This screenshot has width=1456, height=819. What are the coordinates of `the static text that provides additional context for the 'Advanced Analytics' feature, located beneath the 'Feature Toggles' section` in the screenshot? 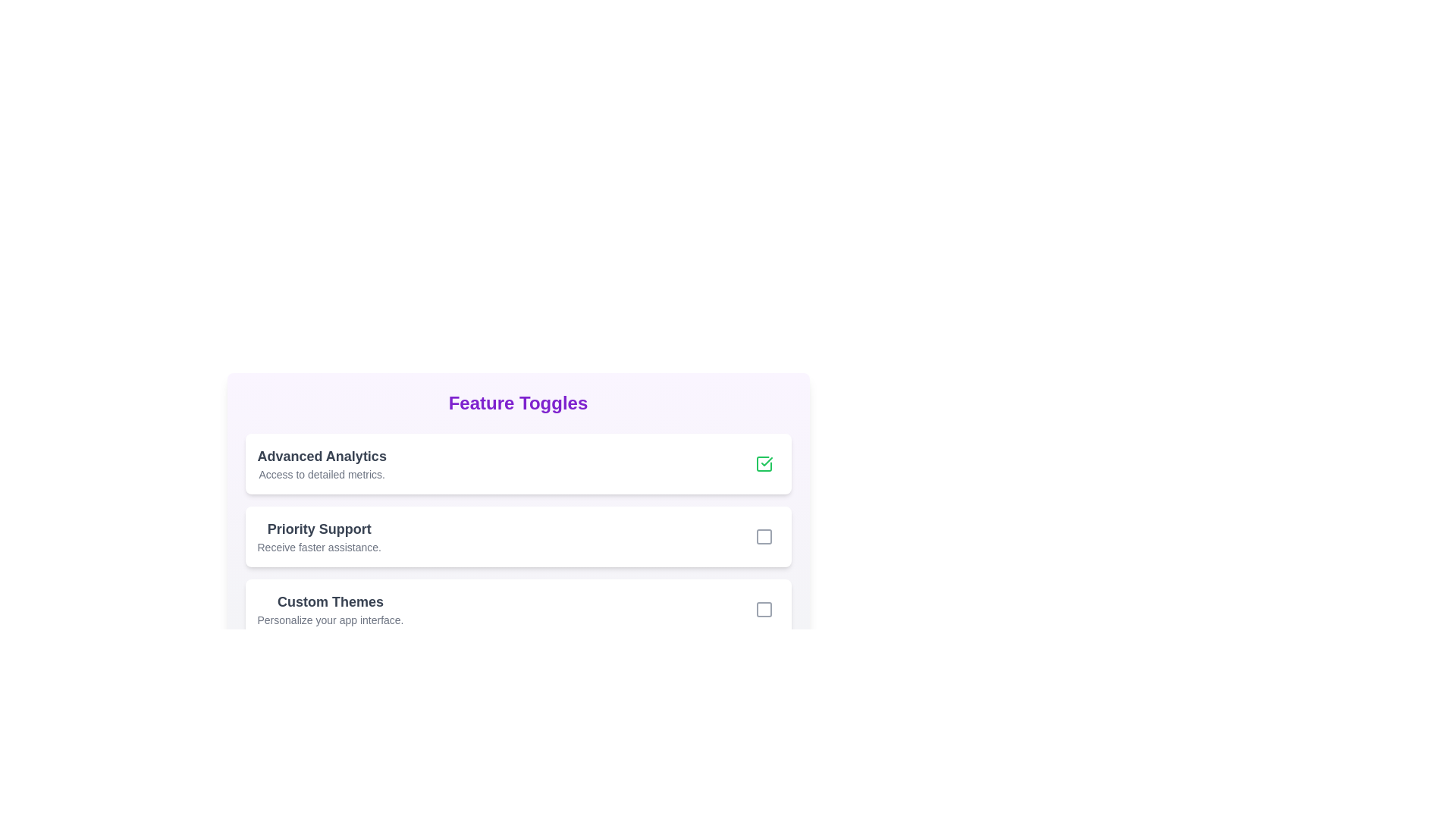 It's located at (321, 473).